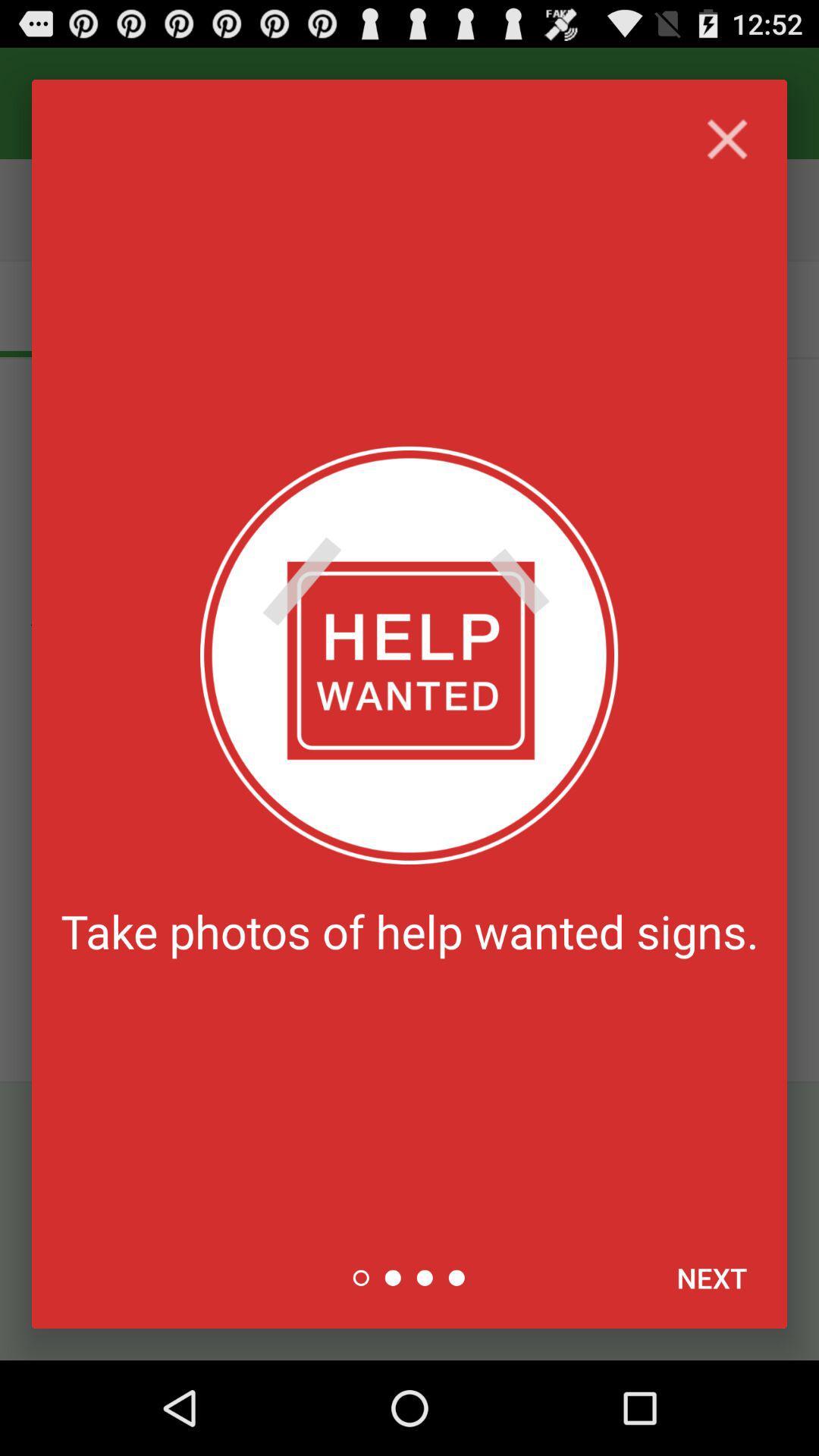 Image resolution: width=819 pixels, height=1456 pixels. Describe the element at coordinates (711, 1277) in the screenshot. I see `the next at the bottom right corner` at that location.